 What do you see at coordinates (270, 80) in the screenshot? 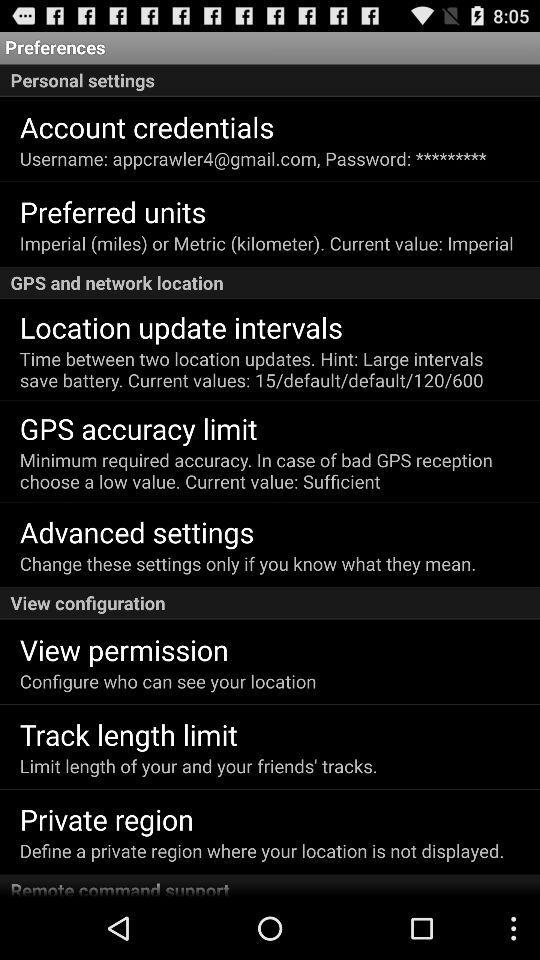
I see `the icon below preferences app` at bounding box center [270, 80].